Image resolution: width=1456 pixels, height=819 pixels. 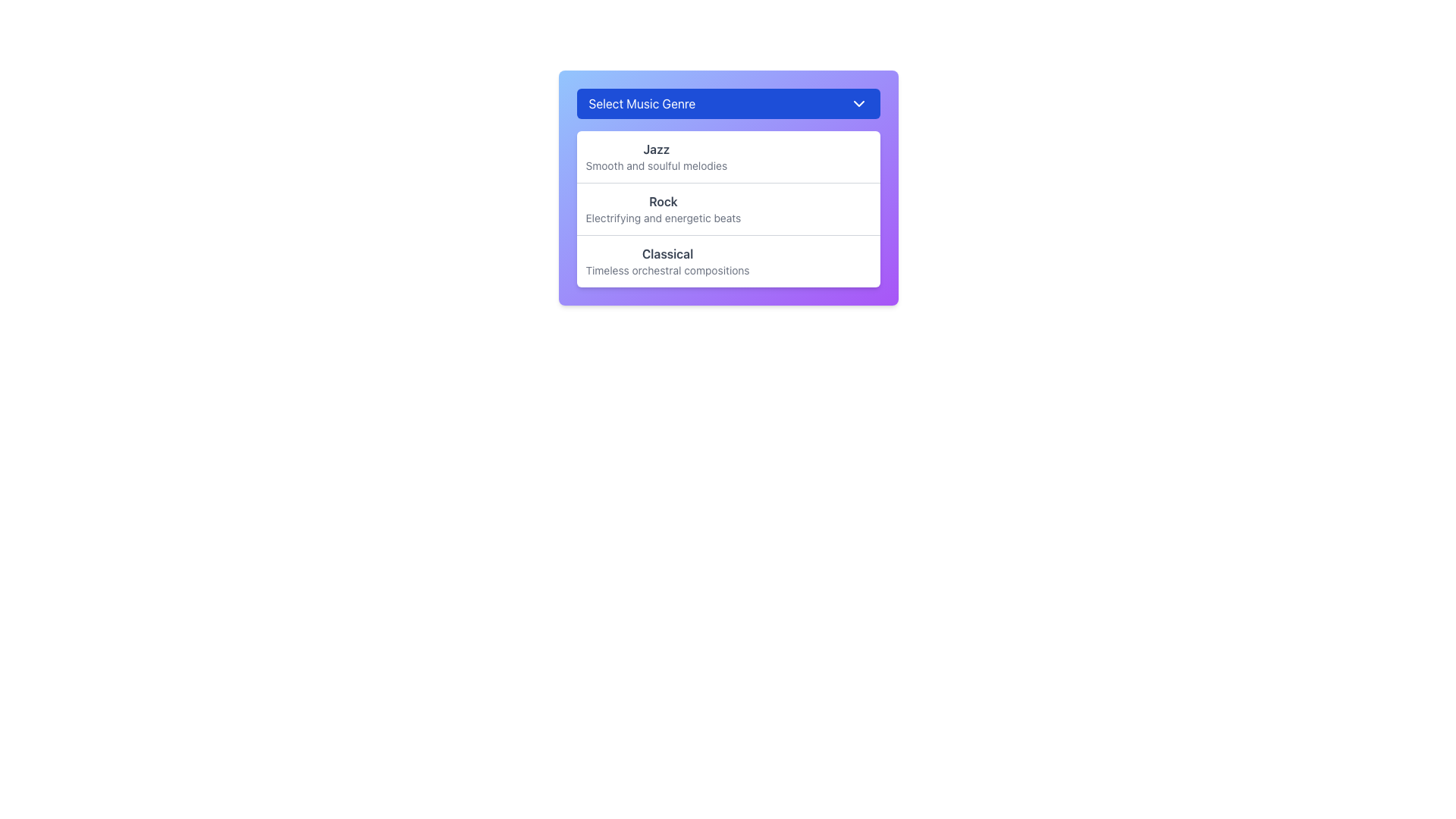 What do you see at coordinates (656, 149) in the screenshot?
I see `the text label displaying 'Jazz' in the dropdown menu, located under 'Select Music Genre'` at bounding box center [656, 149].